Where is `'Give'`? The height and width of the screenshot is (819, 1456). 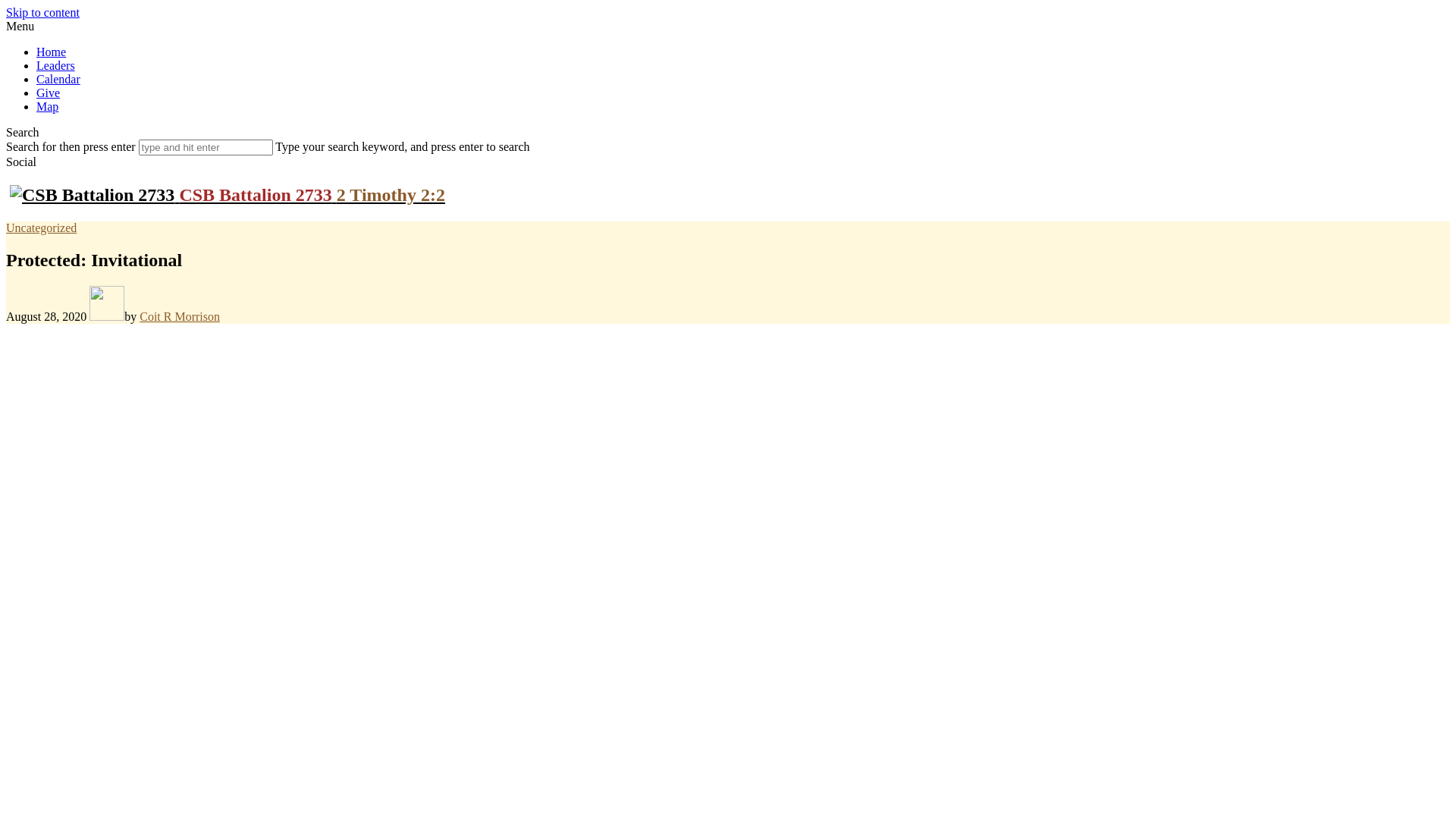
'Give' is located at coordinates (36, 93).